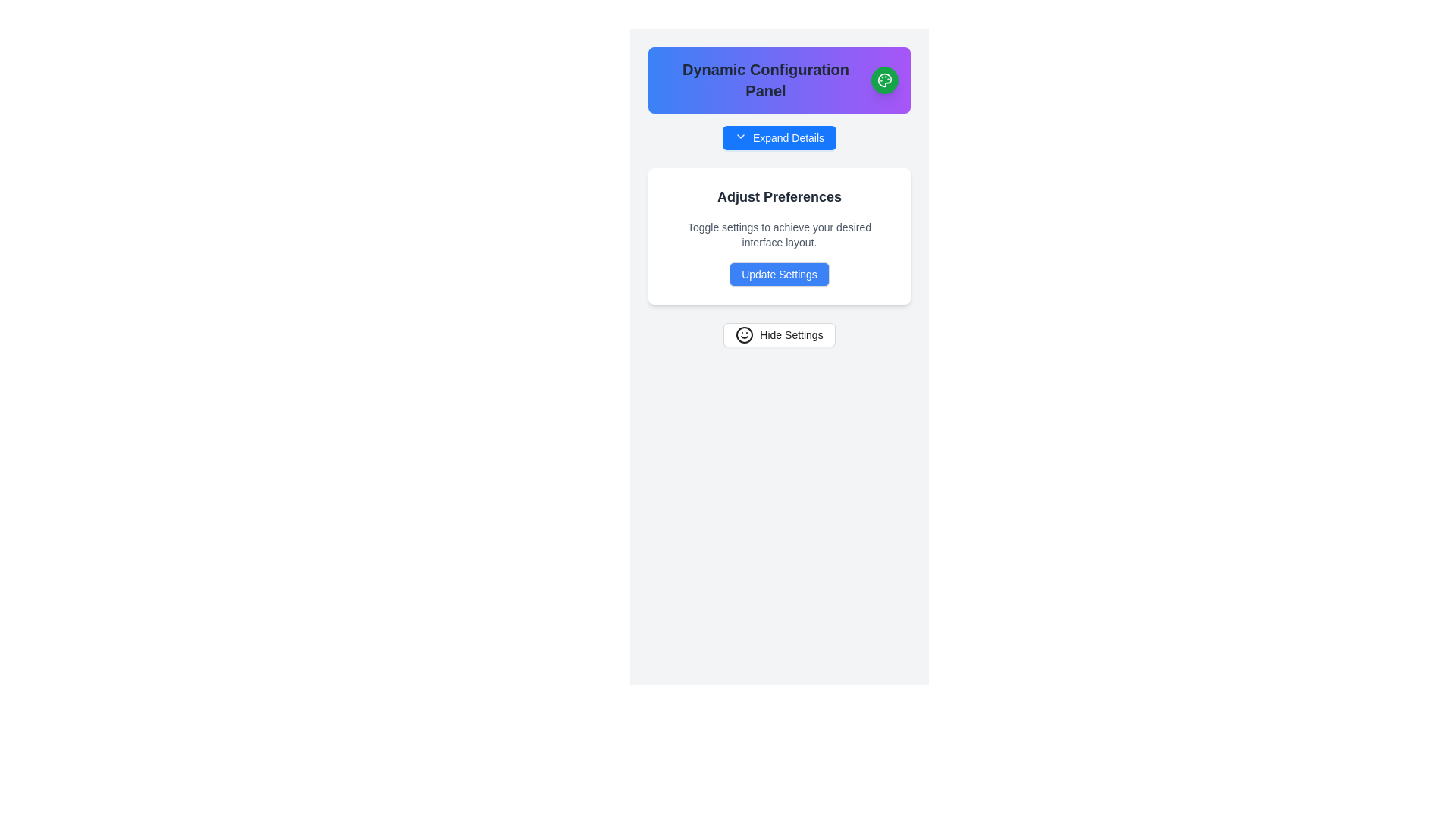 The height and width of the screenshot is (819, 1456). I want to click on the button with the artistic palette icon located at the top-right corner of the 'Dynamic Configuration Panel', so click(884, 80).